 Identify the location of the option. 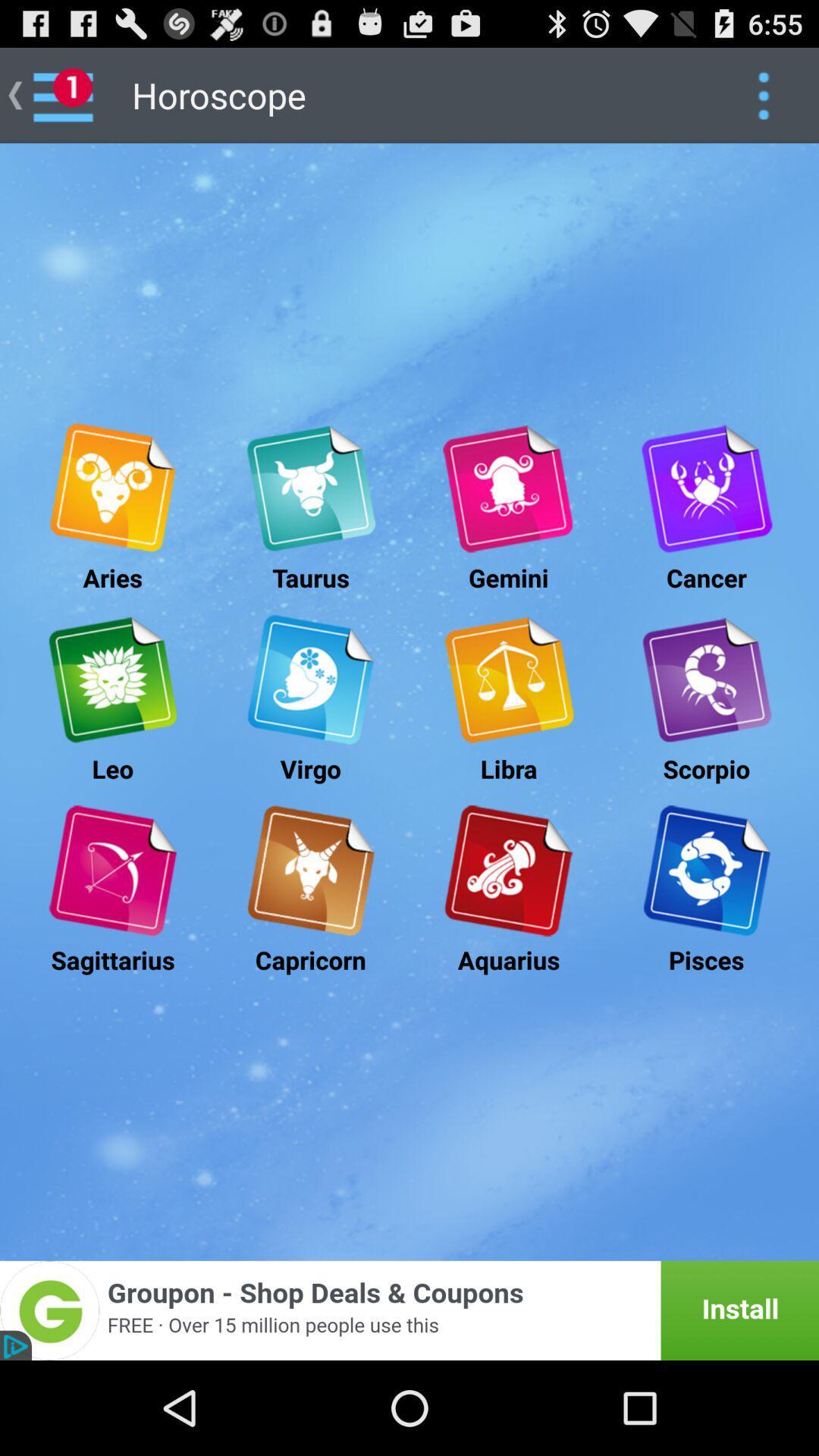
(409, 1310).